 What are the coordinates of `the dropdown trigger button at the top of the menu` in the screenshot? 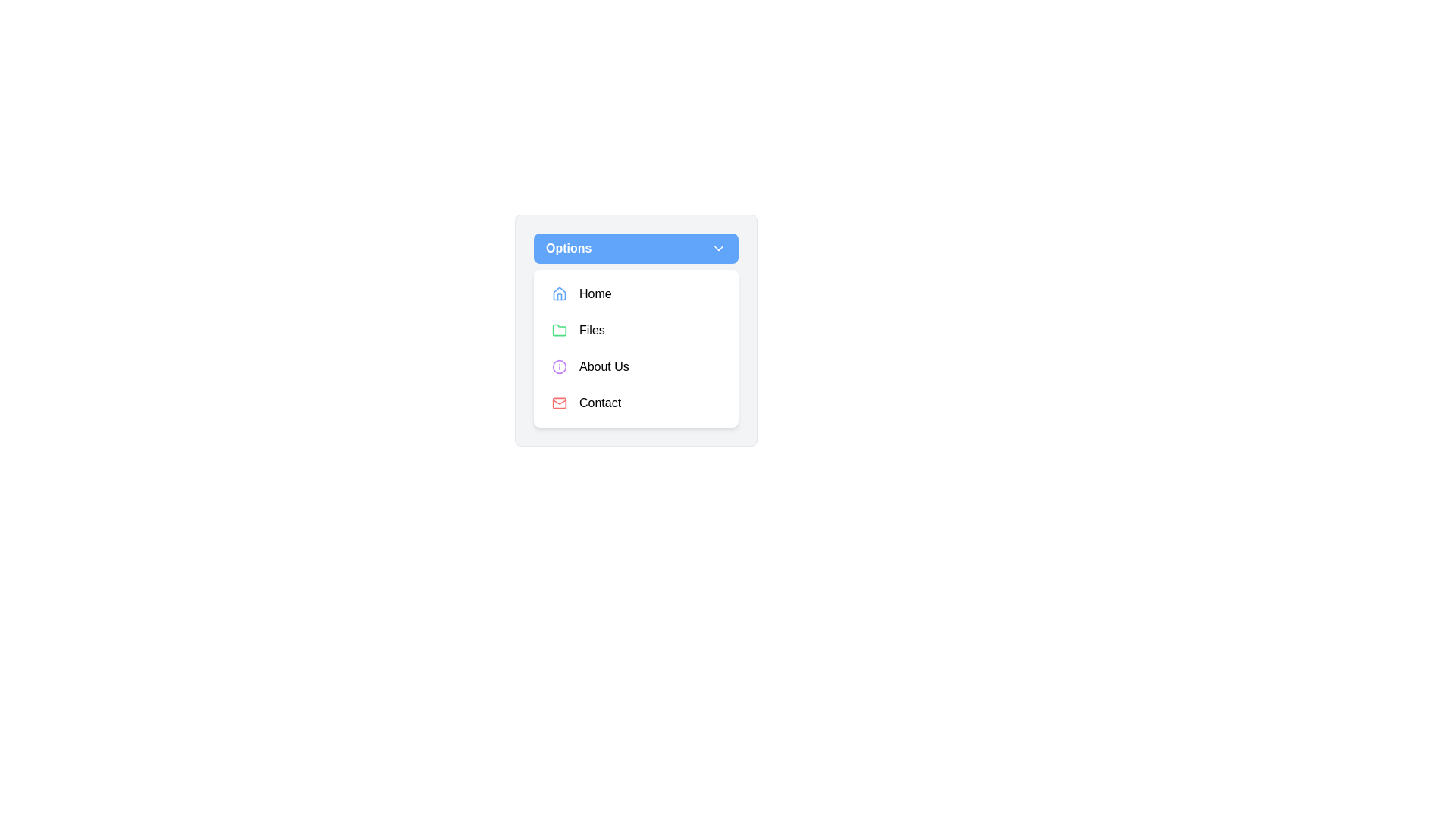 It's located at (636, 247).